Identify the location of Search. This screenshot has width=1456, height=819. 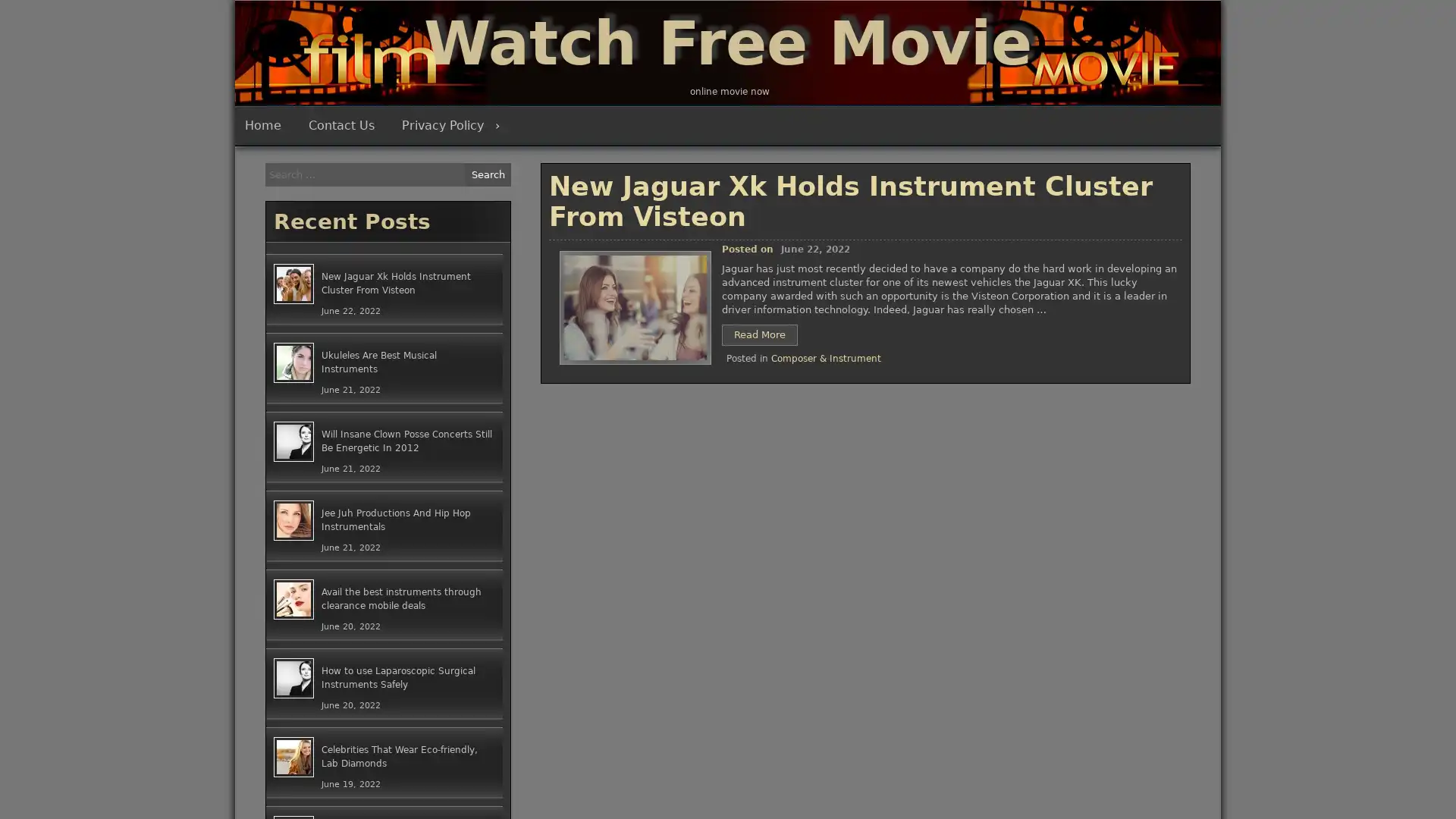
(488, 174).